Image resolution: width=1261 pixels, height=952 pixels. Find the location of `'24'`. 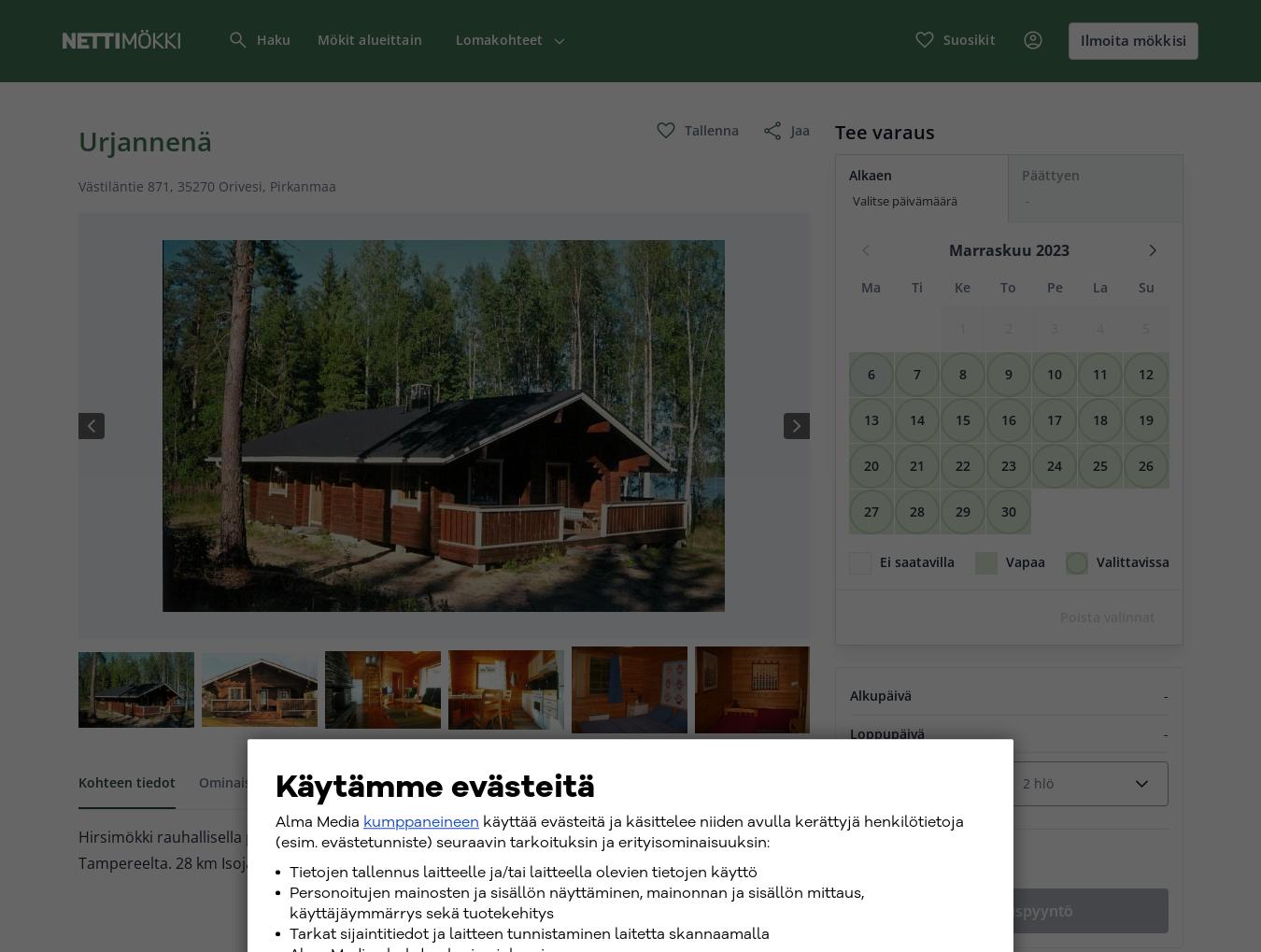

'24' is located at coordinates (1054, 464).